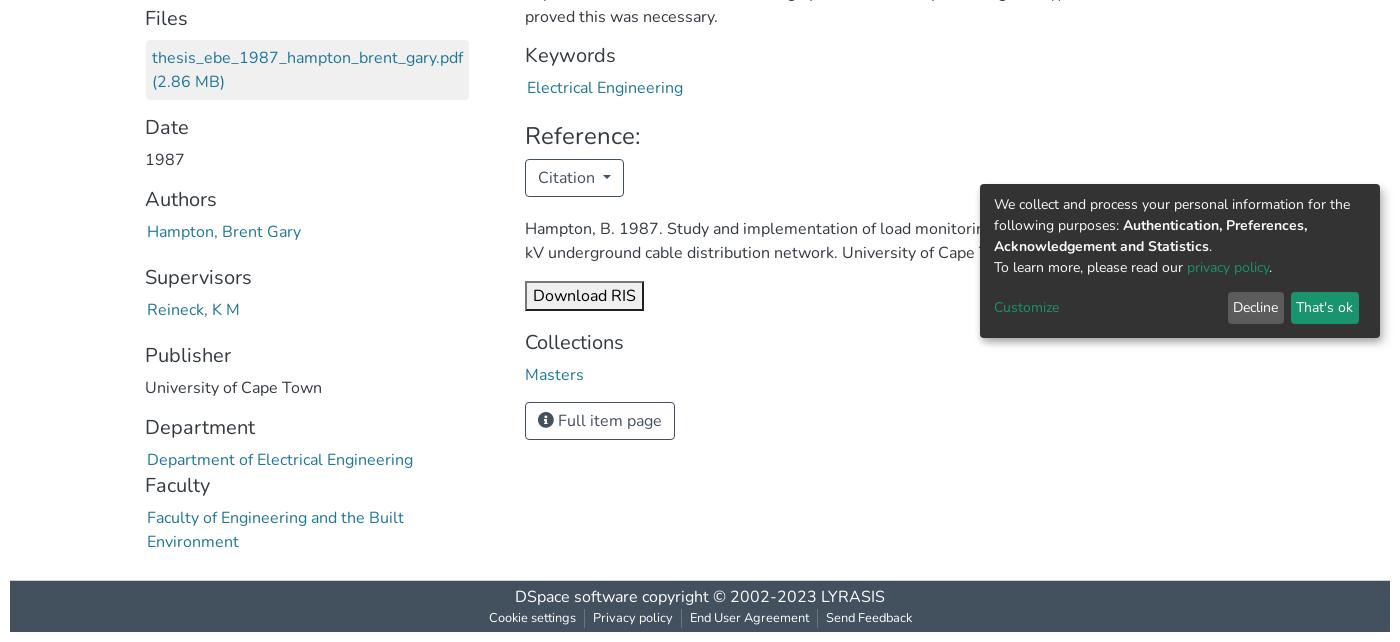  I want to click on 'Files', so click(145, 17).